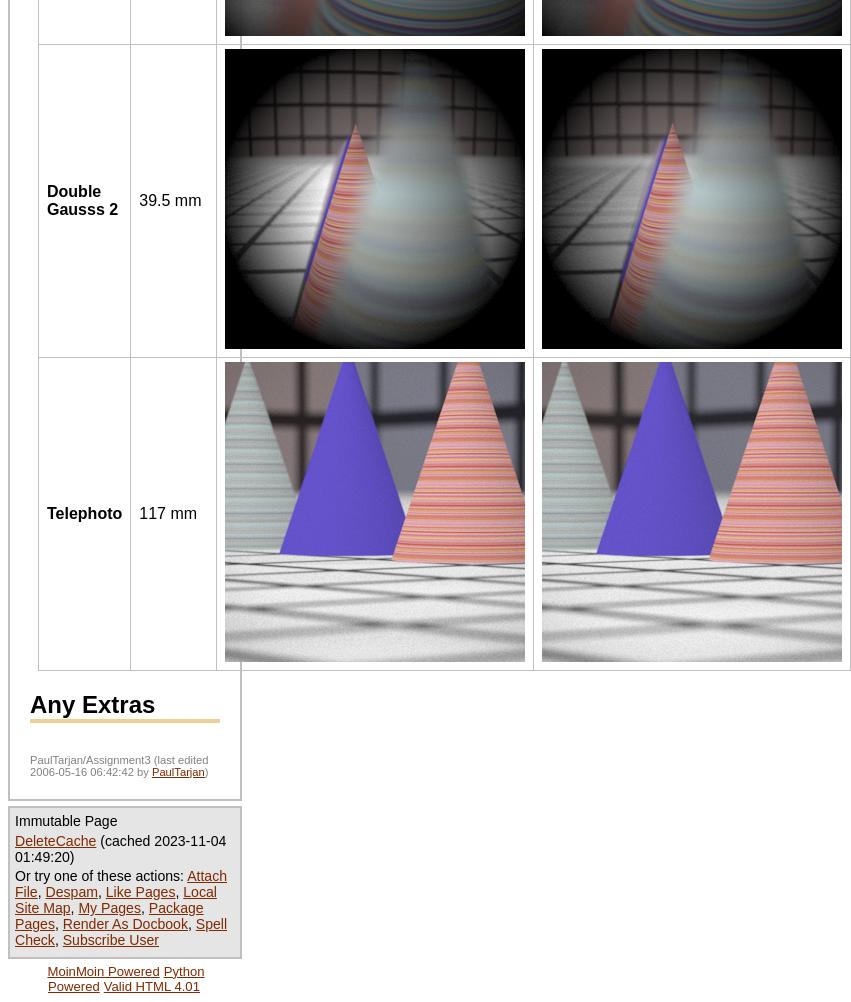  What do you see at coordinates (13, 930) in the screenshot?
I see `'Spell Check'` at bounding box center [13, 930].